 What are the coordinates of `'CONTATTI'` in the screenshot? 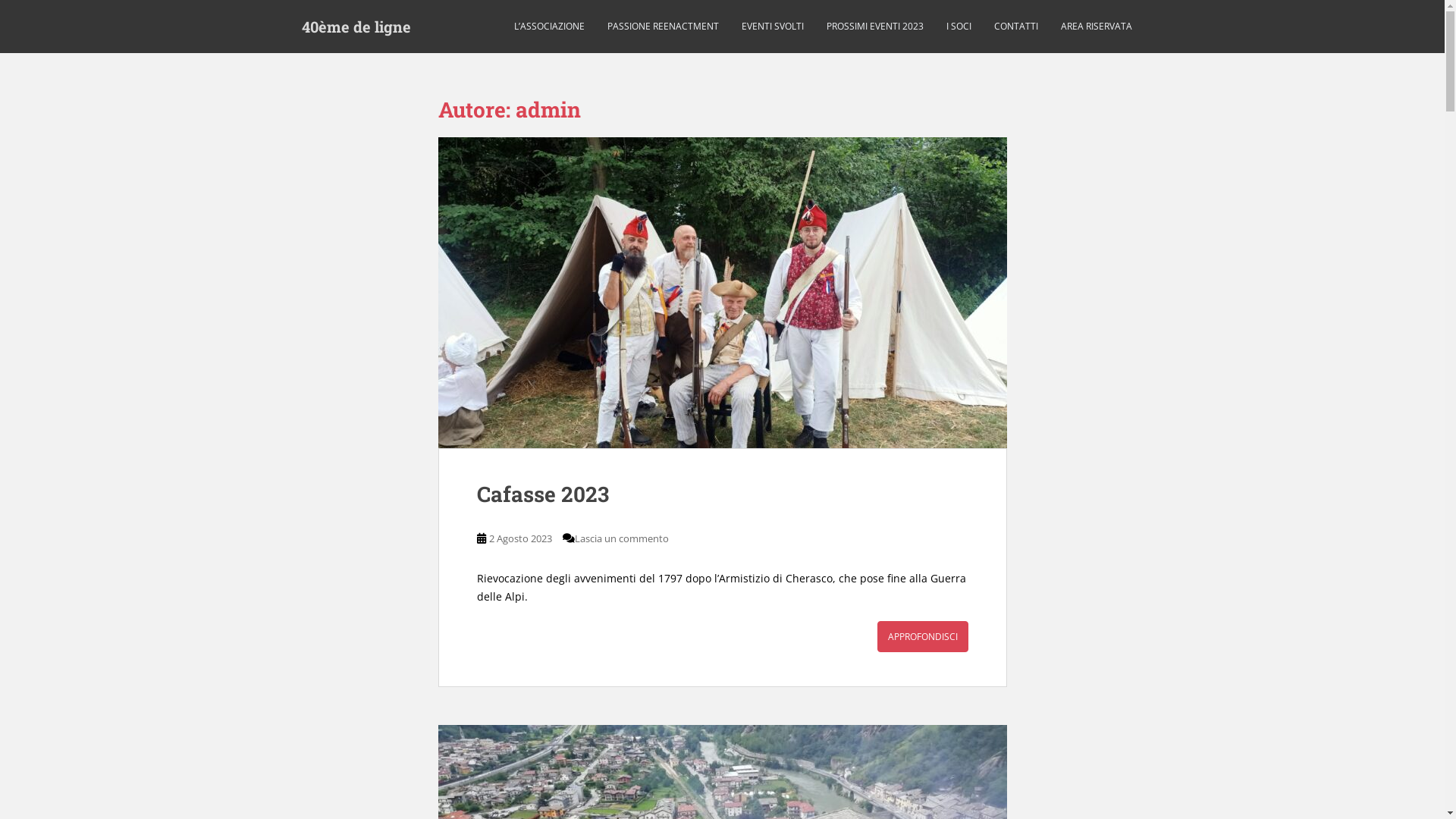 It's located at (1015, 26).